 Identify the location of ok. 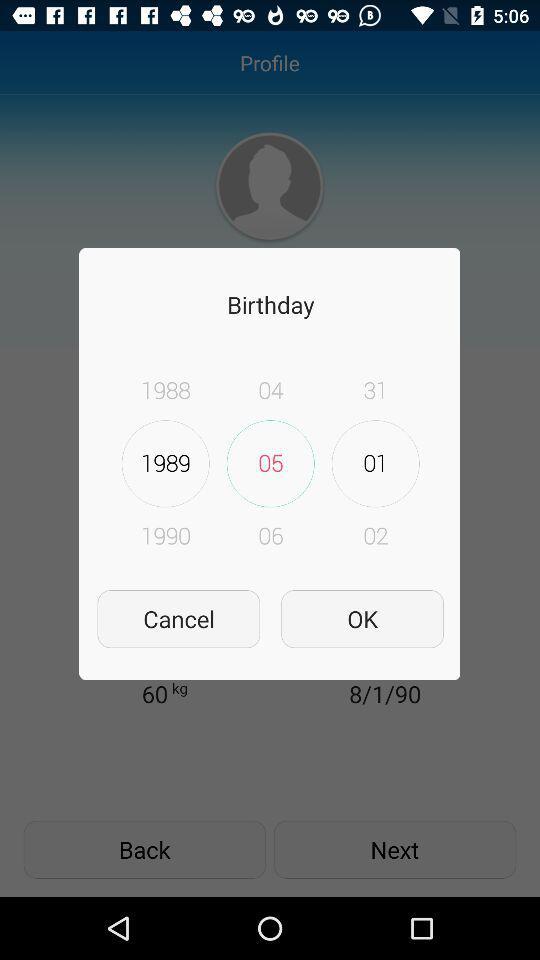
(361, 618).